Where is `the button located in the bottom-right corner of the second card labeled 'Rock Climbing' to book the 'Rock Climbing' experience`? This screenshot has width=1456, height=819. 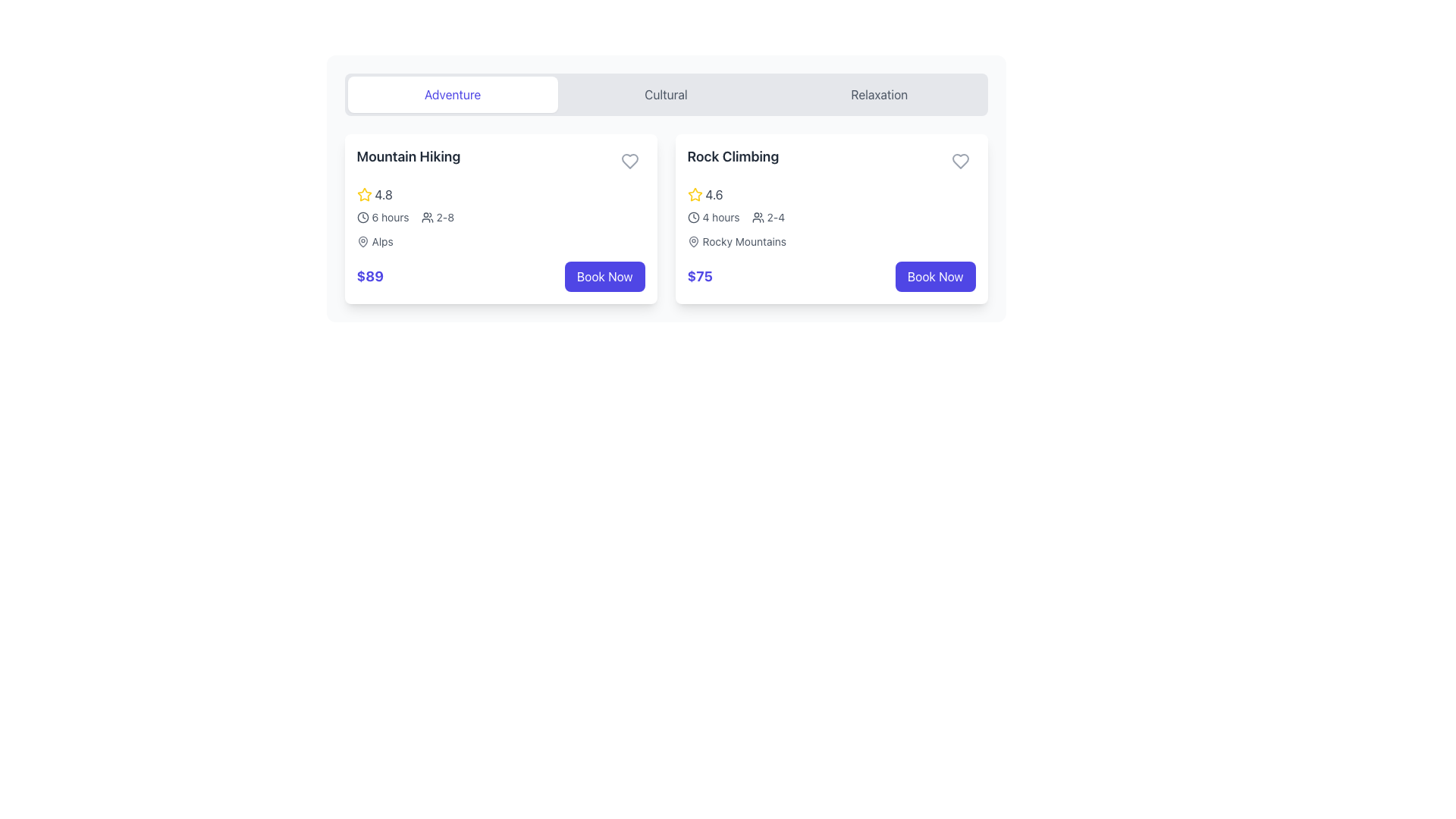
the button located in the bottom-right corner of the second card labeled 'Rock Climbing' to book the 'Rock Climbing' experience is located at coordinates (934, 277).